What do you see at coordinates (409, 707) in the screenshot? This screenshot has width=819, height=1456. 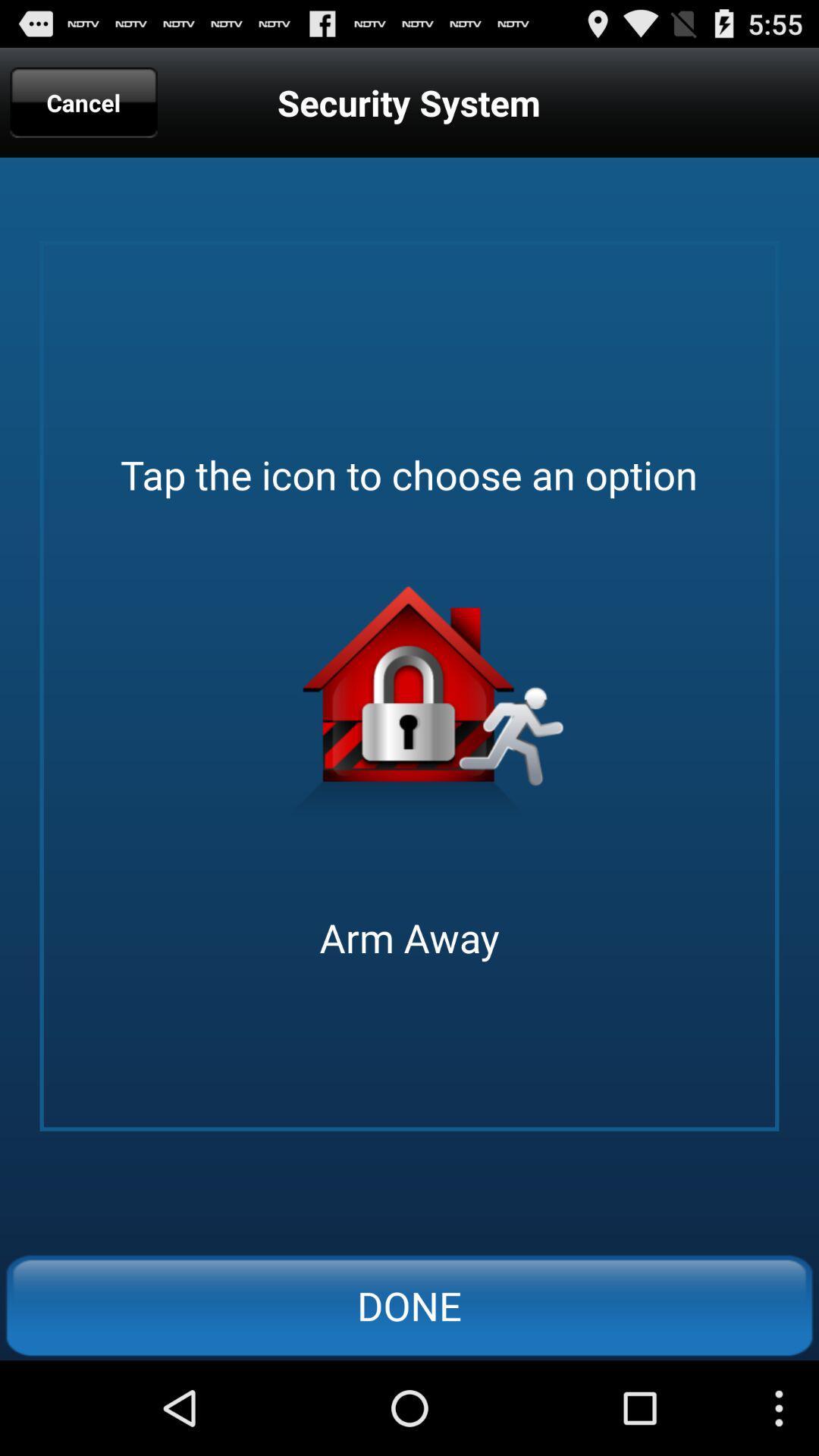 I see `options` at bounding box center [409, 707].